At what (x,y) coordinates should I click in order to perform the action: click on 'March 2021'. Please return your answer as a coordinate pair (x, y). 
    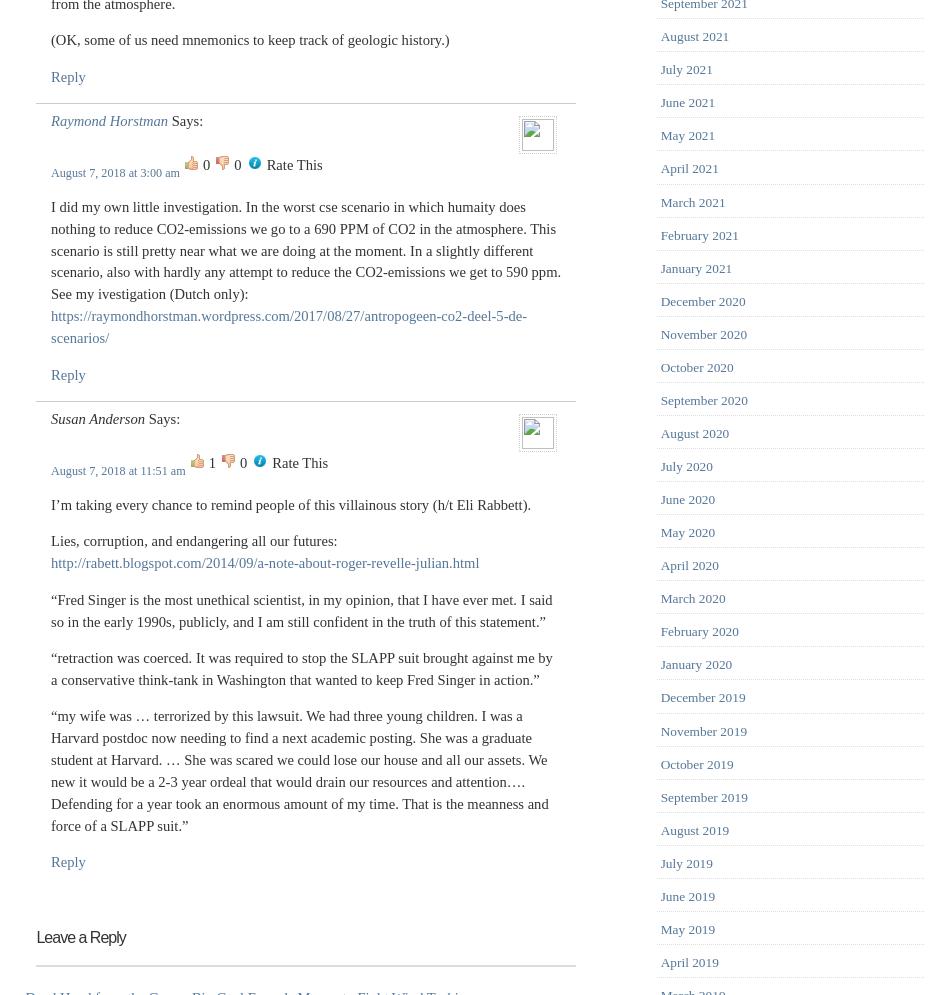
    Looking at the image, I should click on (660, 200).